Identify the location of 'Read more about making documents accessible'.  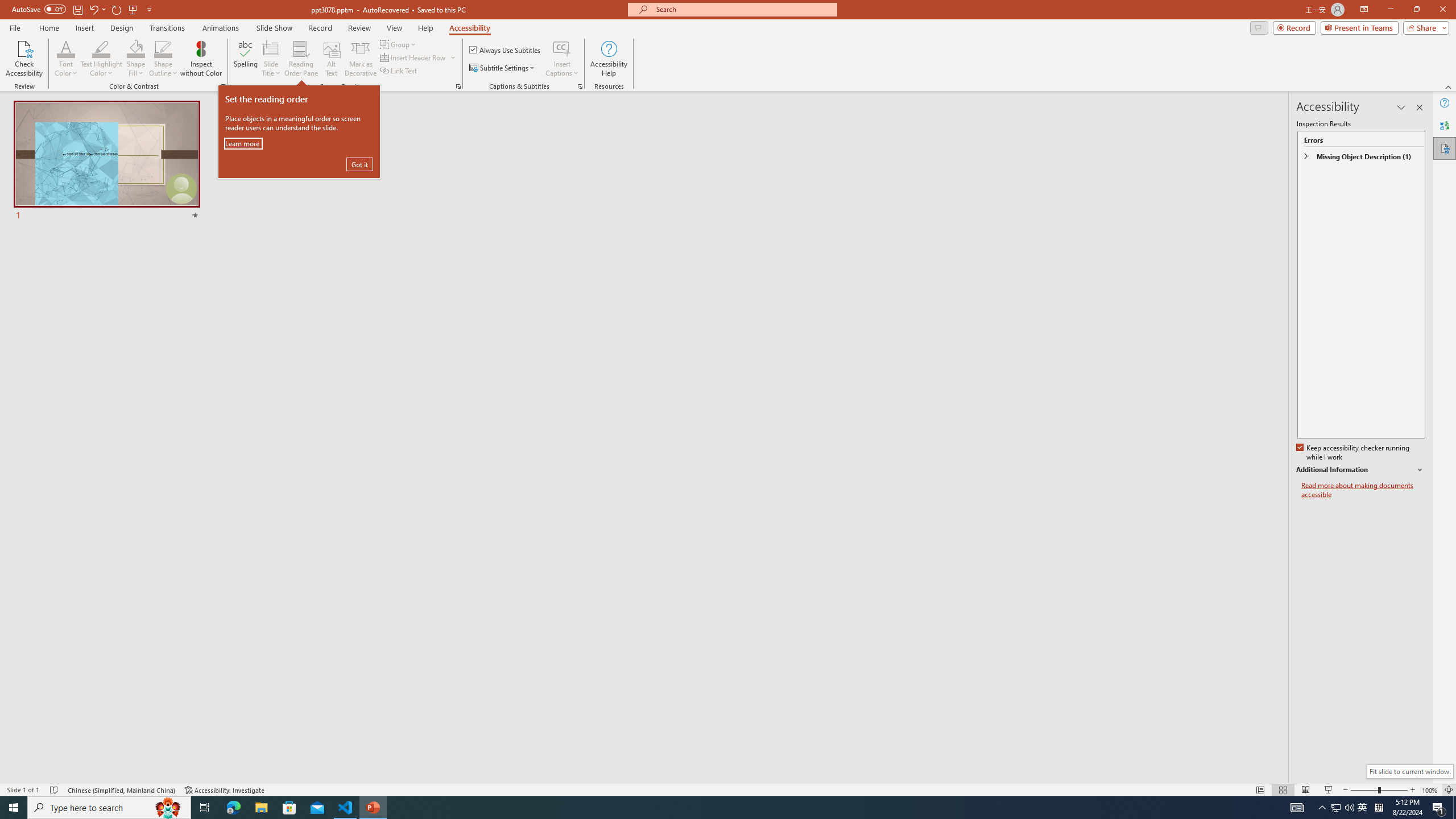
(1363, 490).